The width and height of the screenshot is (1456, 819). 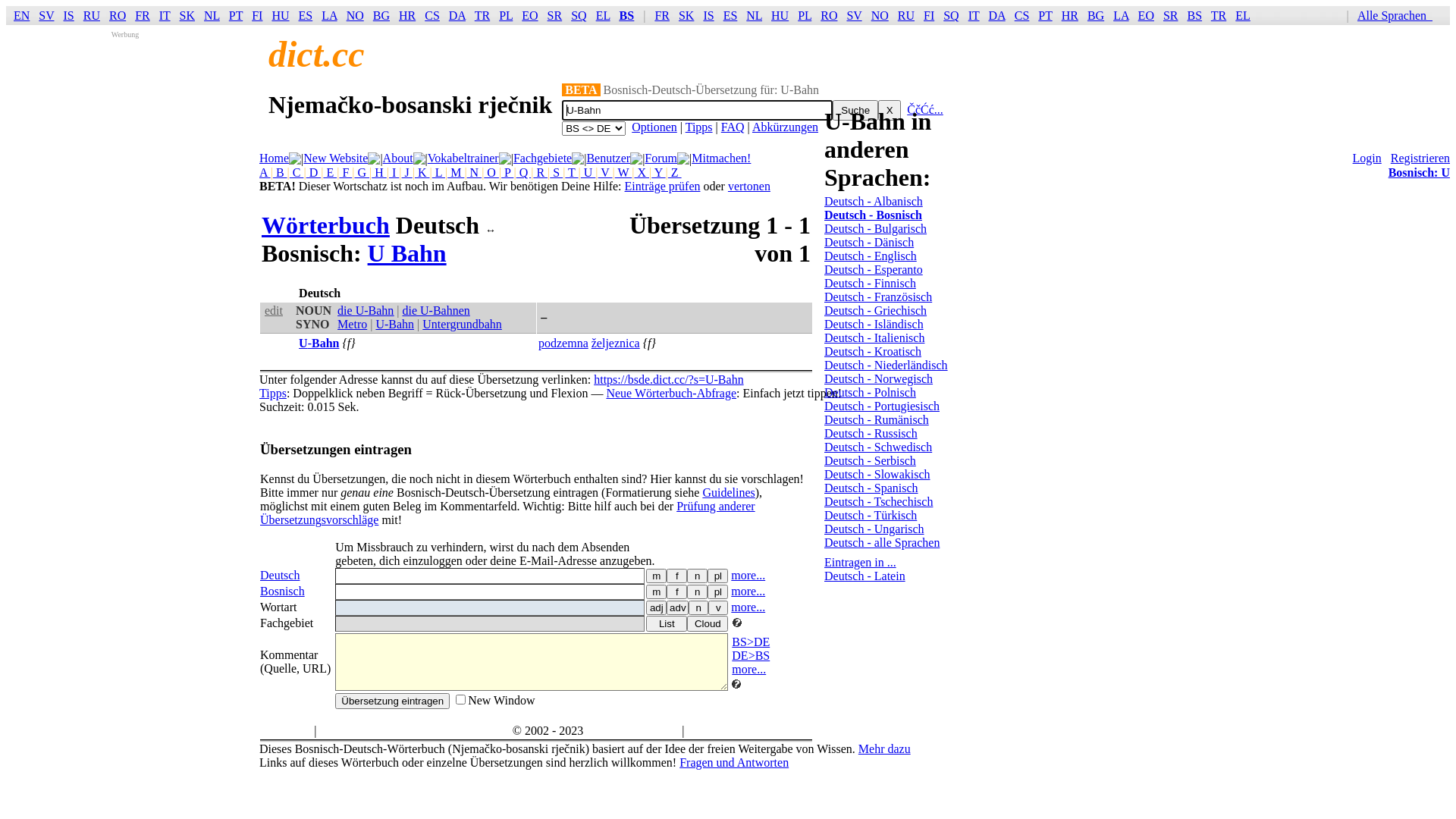 I want to click on 'pl', so click(x=717, y=591).